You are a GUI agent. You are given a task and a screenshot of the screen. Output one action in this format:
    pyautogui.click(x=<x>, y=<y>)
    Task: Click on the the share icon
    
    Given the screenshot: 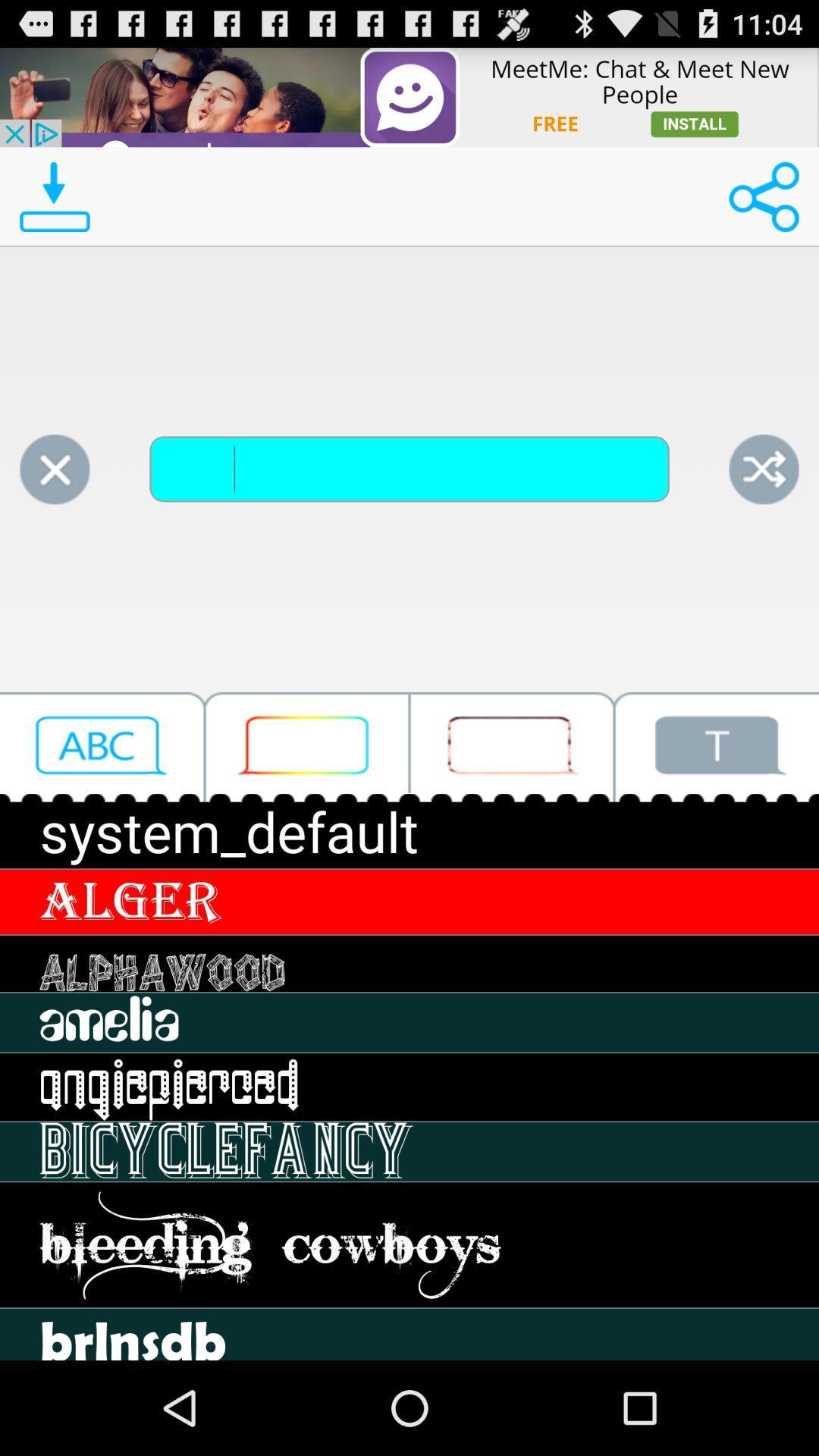 What is the action you would take?
    pyautogui.click(x=764, y=210)
    